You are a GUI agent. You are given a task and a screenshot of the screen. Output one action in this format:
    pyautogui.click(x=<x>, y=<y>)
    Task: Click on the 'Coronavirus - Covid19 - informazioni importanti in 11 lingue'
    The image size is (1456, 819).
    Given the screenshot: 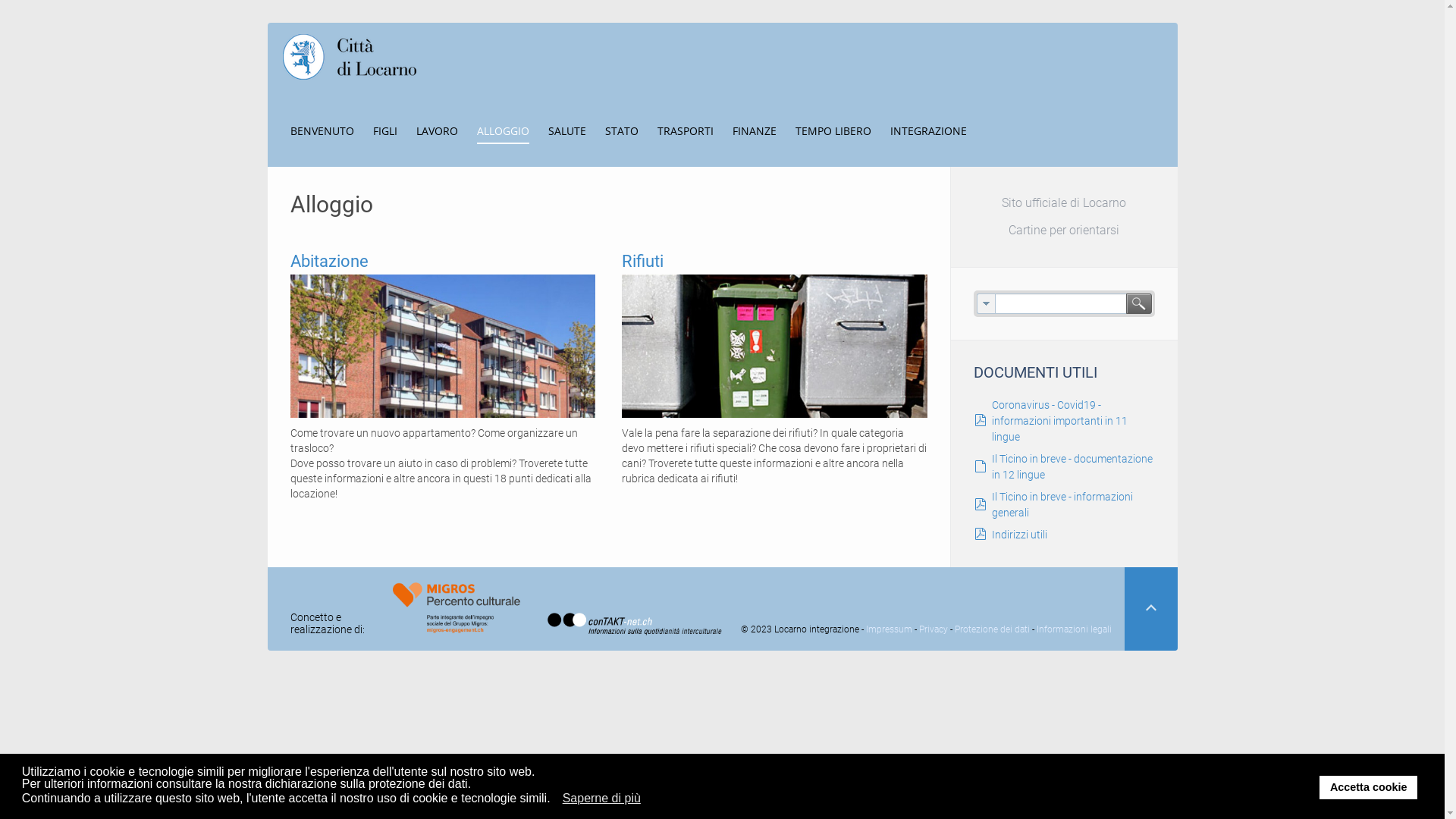 What is the action you would take?
    pyautogui.click(x=1059, y=421)
    